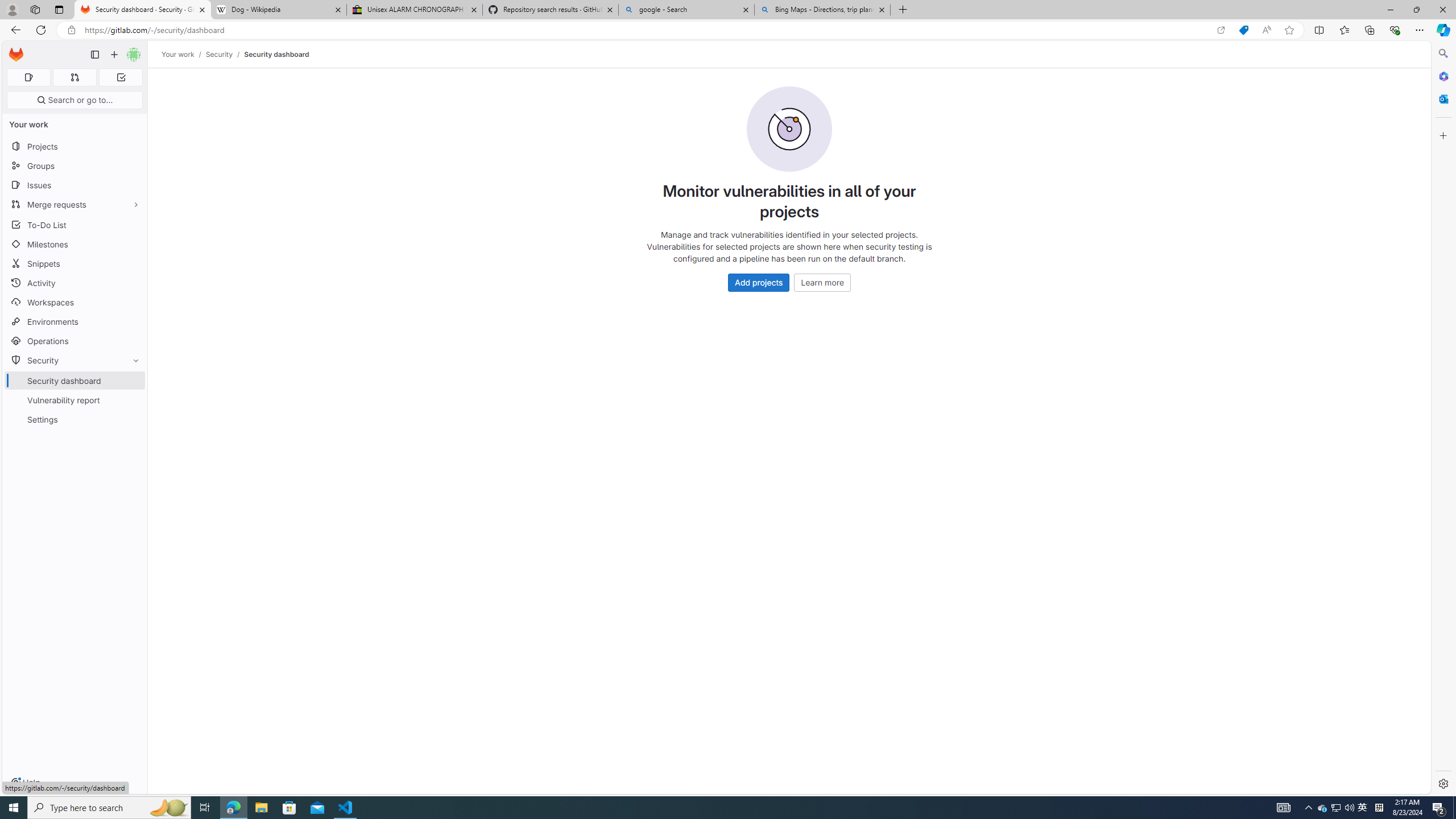  I want to click on 'Help', so click(25, 781).